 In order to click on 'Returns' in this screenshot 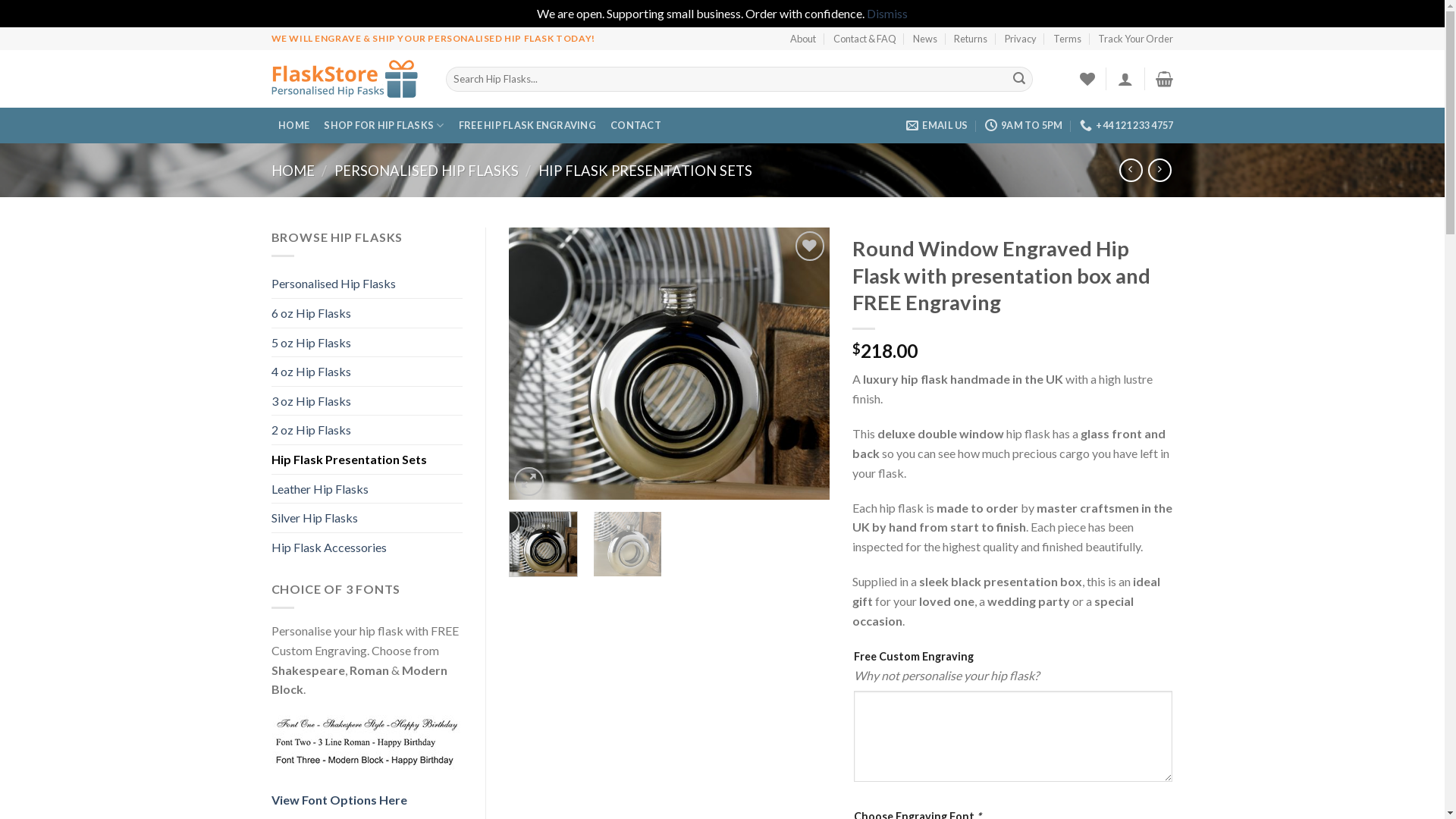, I will do `click(971, 37)`.